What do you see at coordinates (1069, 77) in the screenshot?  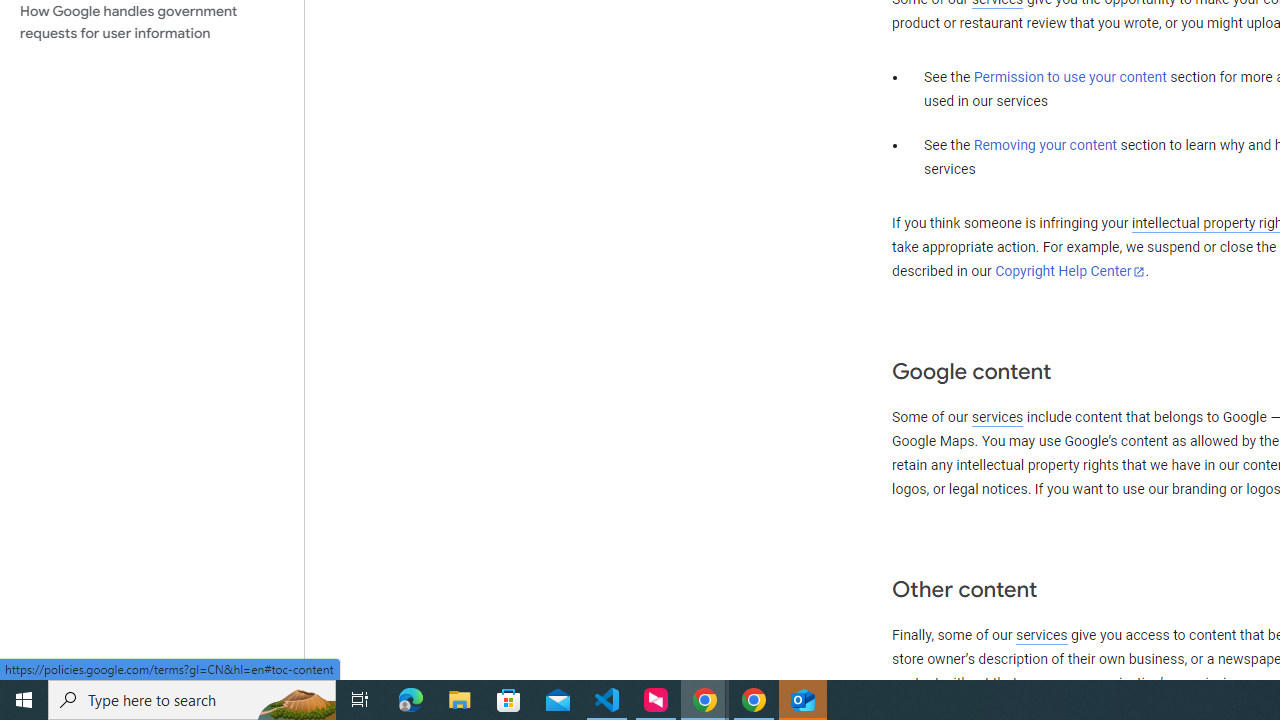 I see `'Permission to use your content'` at bounding box center [1069, 77].